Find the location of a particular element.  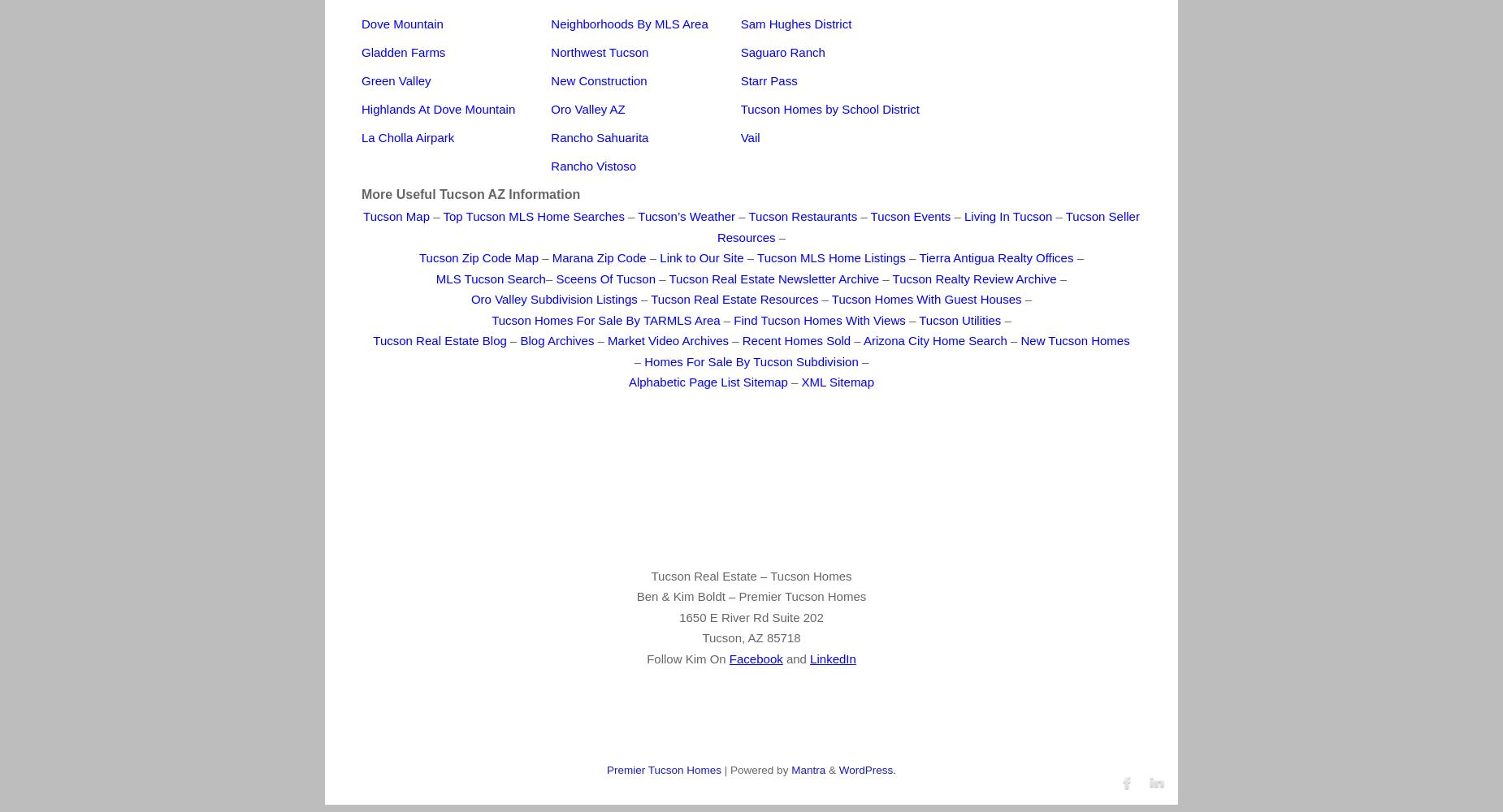

'New Construction' is located at coordinates (599, 79).